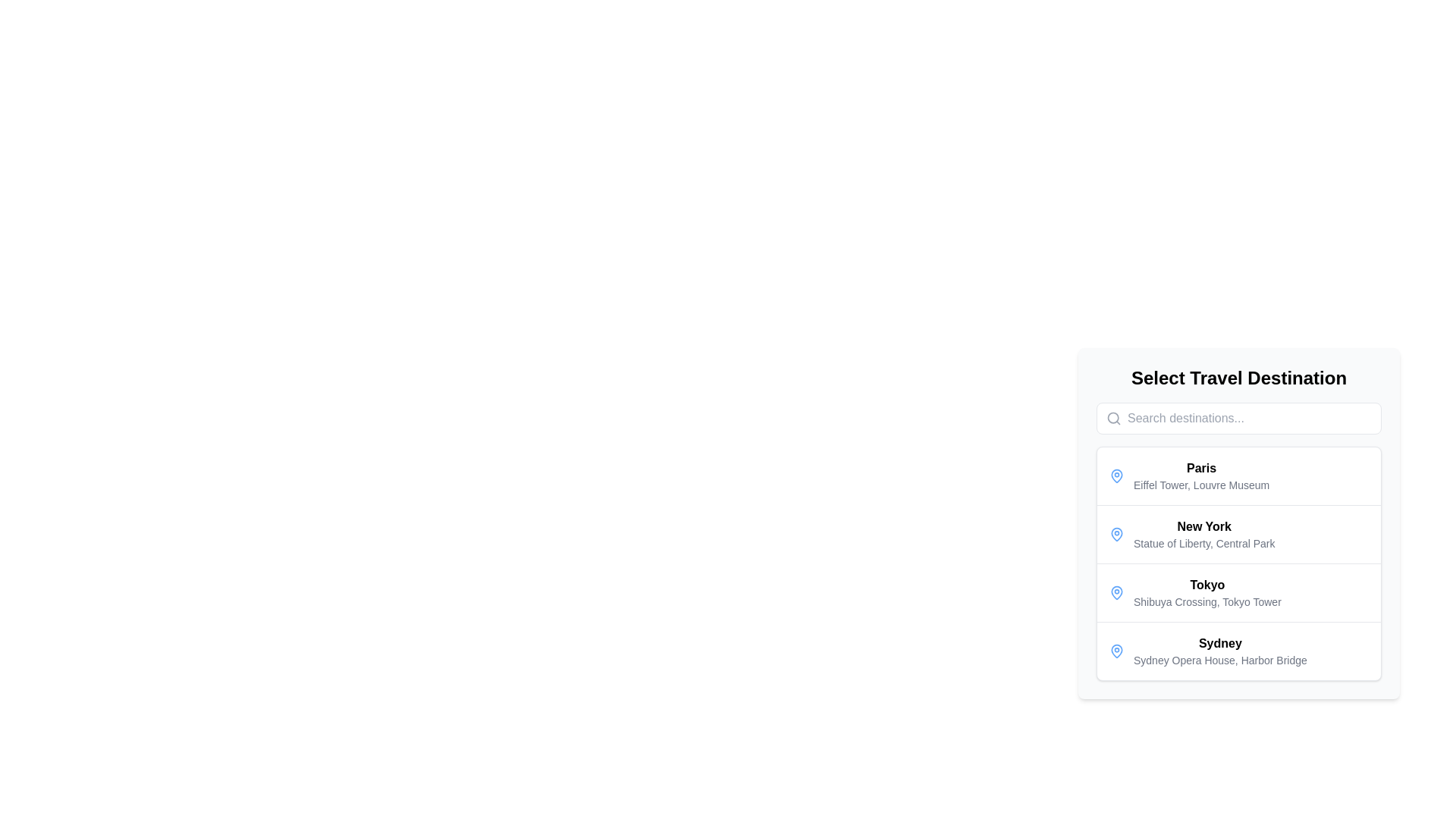 This screenshot has width=1456, height=819. What do you see at coordinates (1207, 592) in the screenshot?
I see `the third item in the travel destinations list, which is located between 'New York' and 'Sydney'` at bounding box center [1207, 592].